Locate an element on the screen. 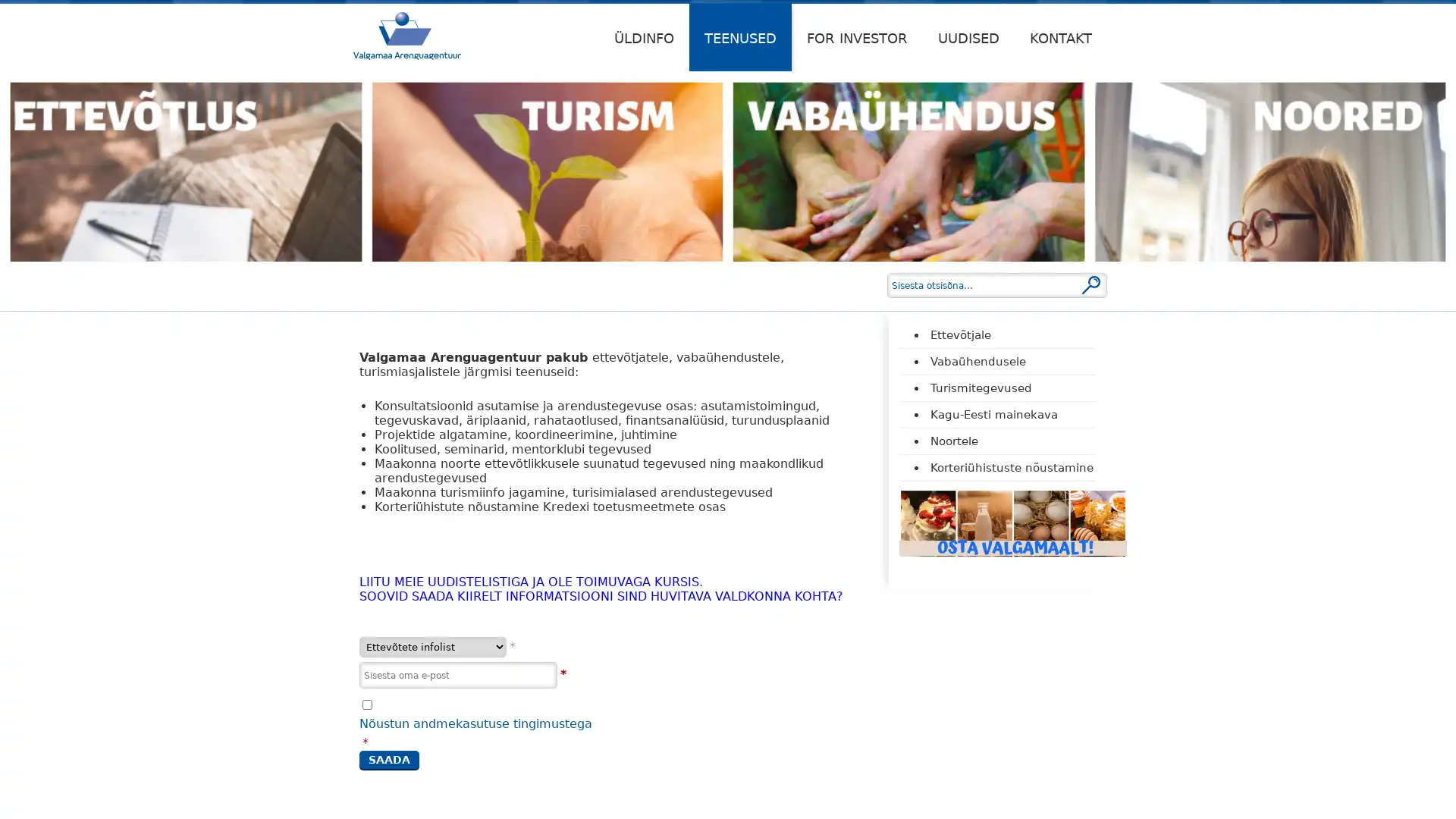 The image size is (1456, 819). Saada is located at coordinates (389, 760).